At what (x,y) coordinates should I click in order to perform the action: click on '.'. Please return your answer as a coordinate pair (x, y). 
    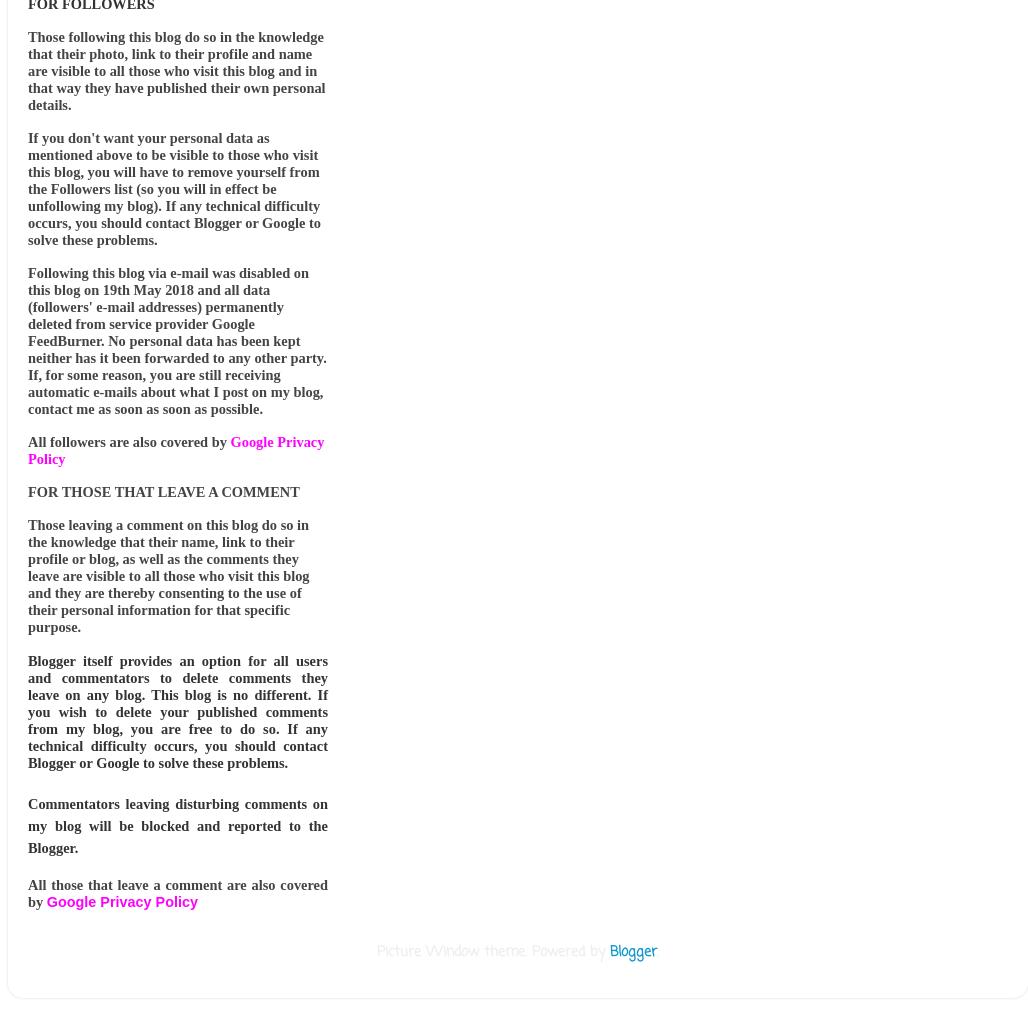
    Looking at the image, I should click on (656, 951).